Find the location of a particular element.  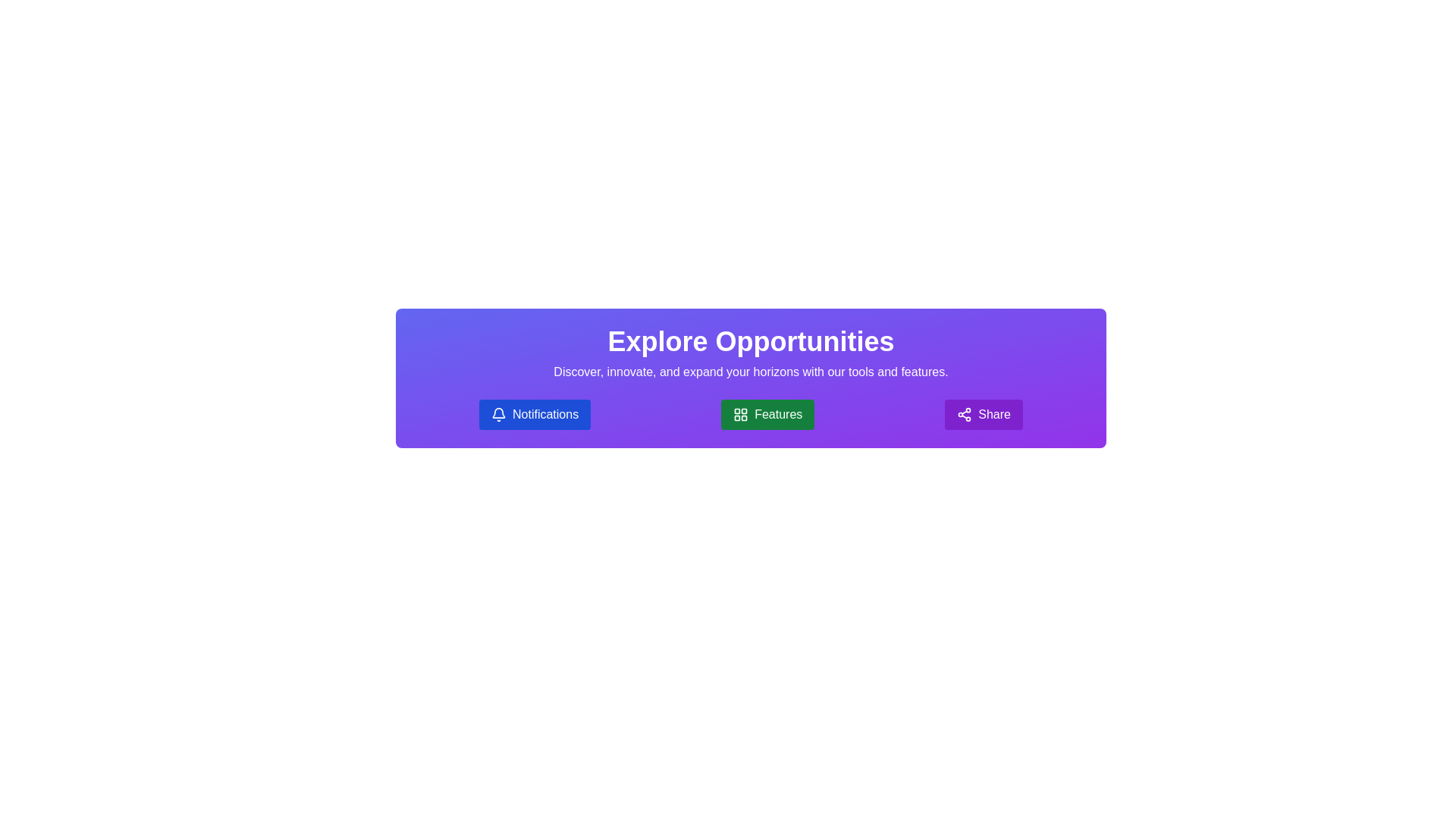

the bell icon located inside the 'Notifications' button is located at coordinates (498, 415).